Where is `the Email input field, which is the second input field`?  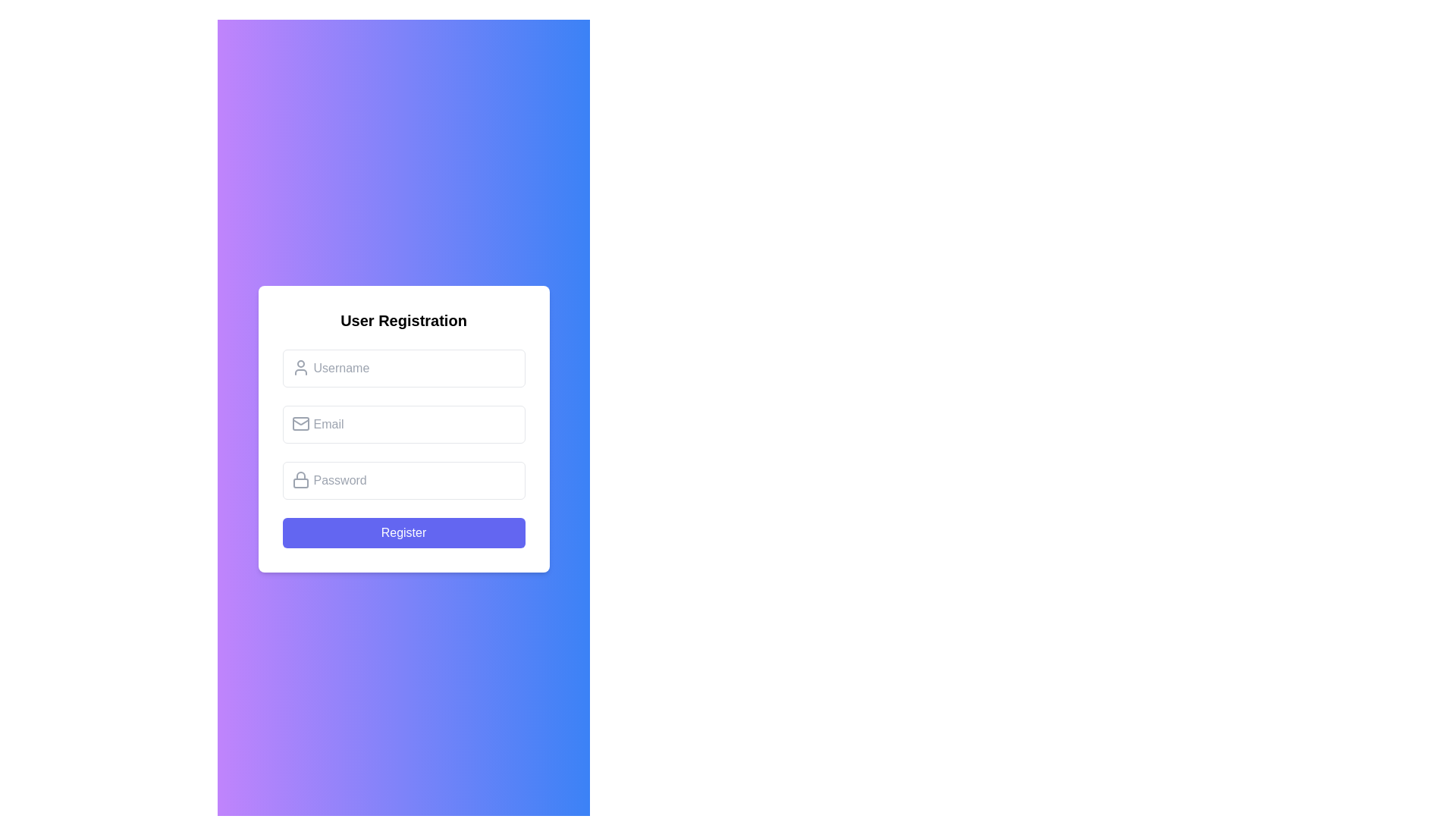
the Email input field, which is the second input field is located at coordinates (403, 424).